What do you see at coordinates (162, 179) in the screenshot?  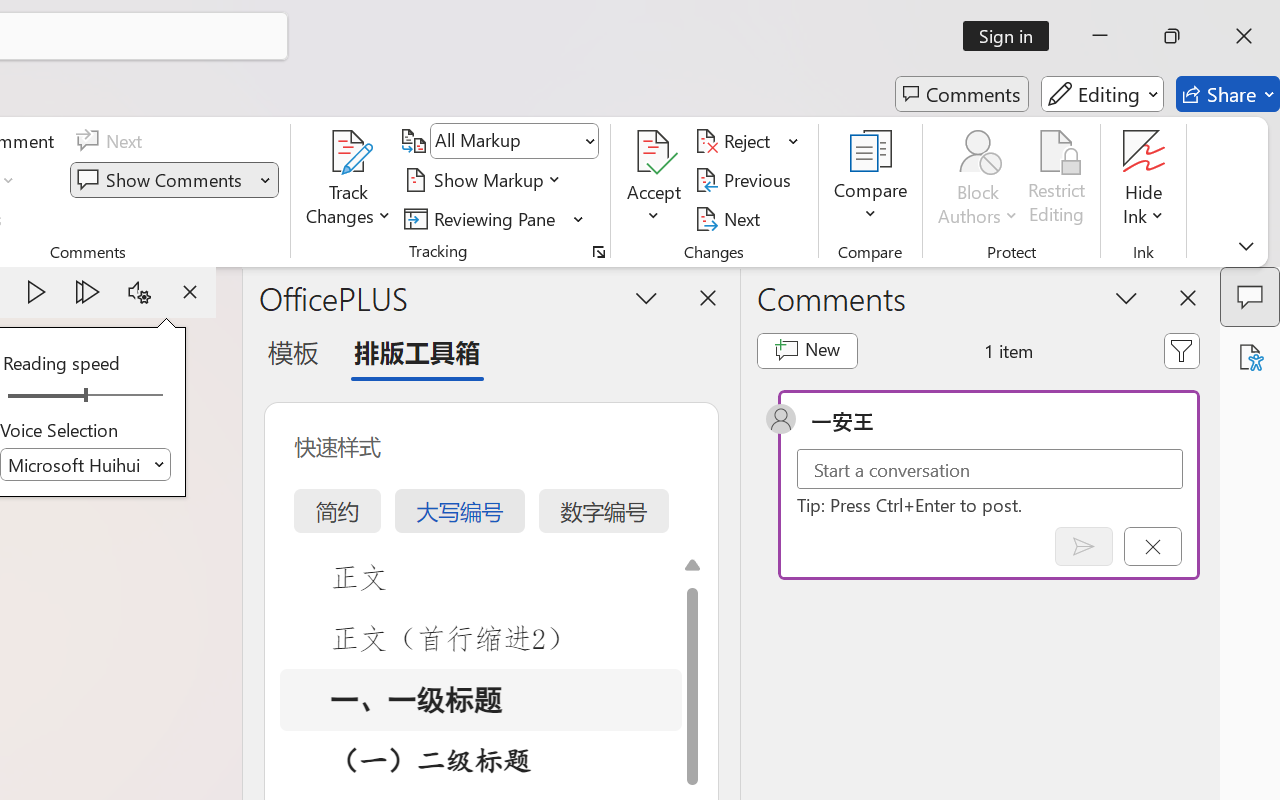 I see `'Show Comments'` at bounding box center [162, 179].